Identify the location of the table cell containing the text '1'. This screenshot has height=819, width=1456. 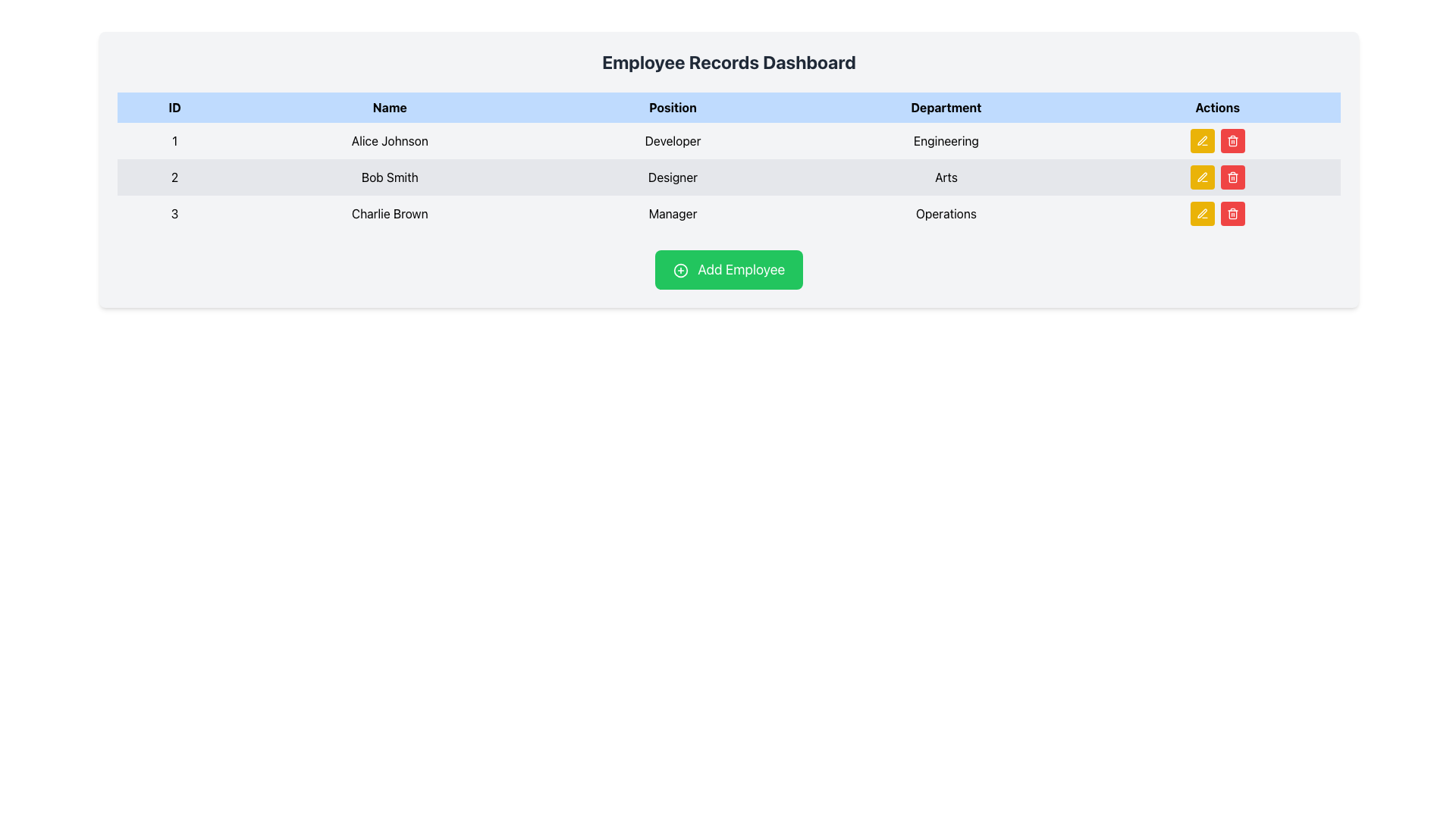
(174, 140).